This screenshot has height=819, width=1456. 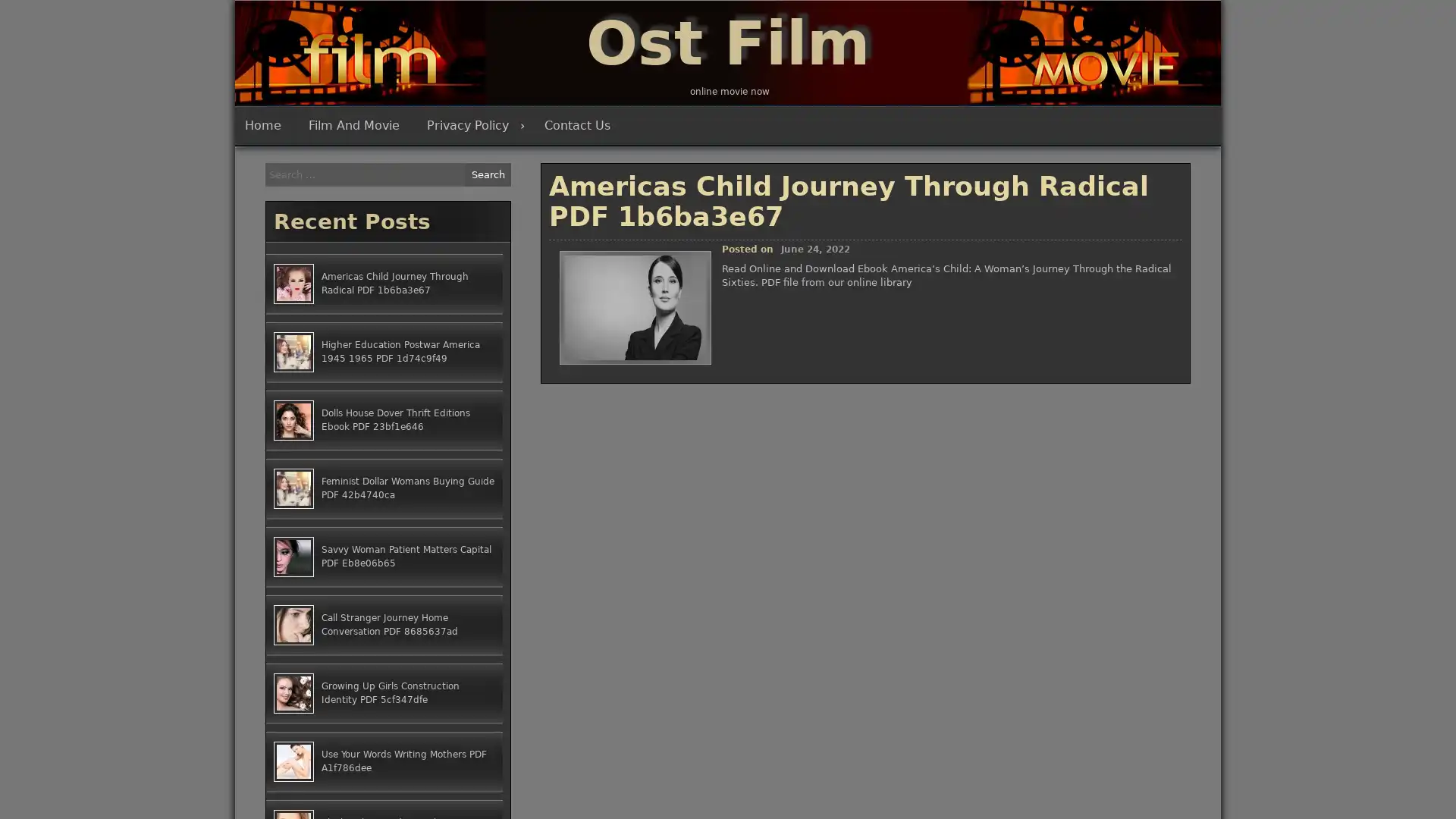 What do you see at coordinates (488, 174) in the screenshot?
I see `Search` at bounding box center [488, 174].